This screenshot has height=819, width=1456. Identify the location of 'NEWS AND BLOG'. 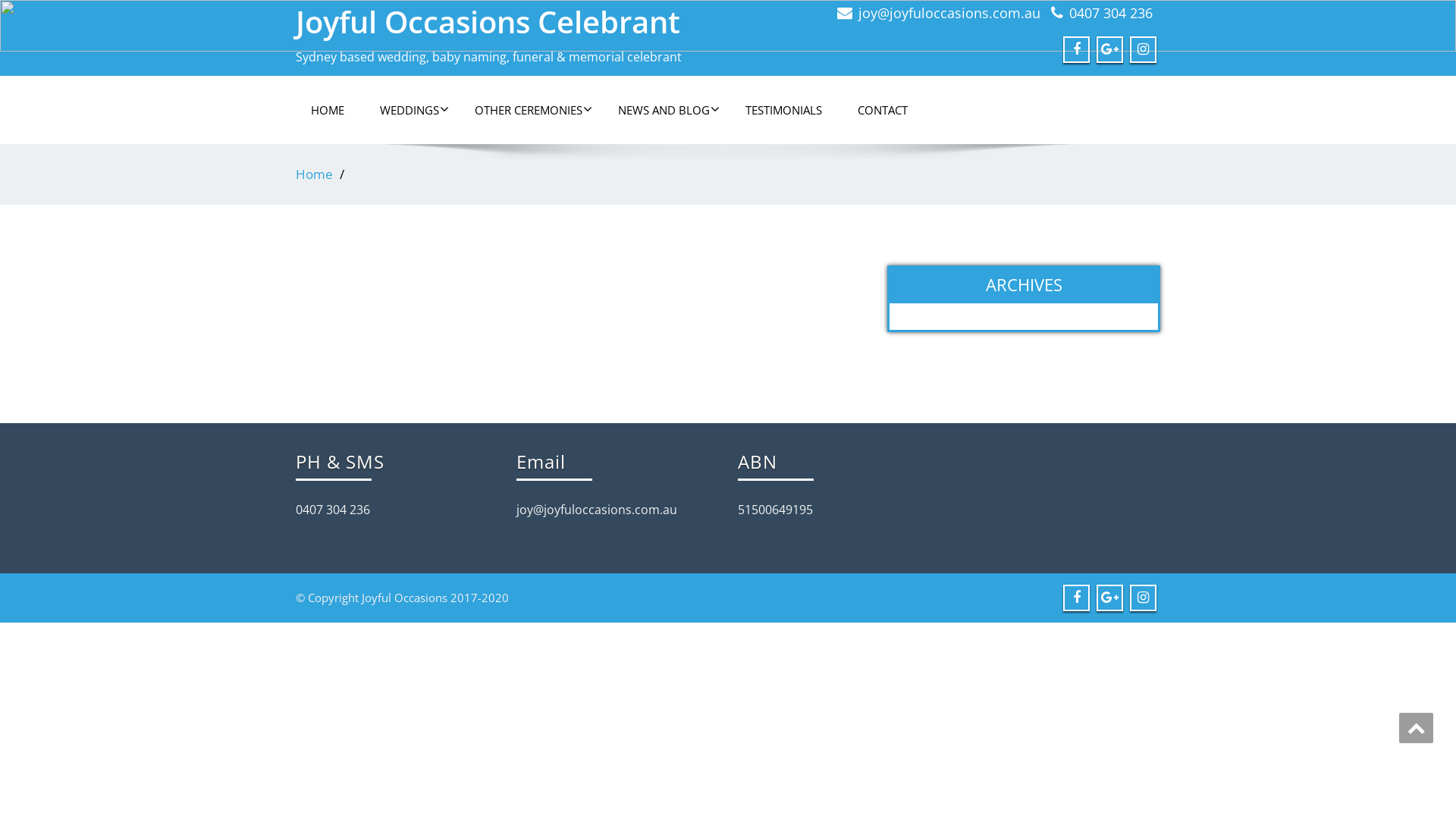
(664, 109).